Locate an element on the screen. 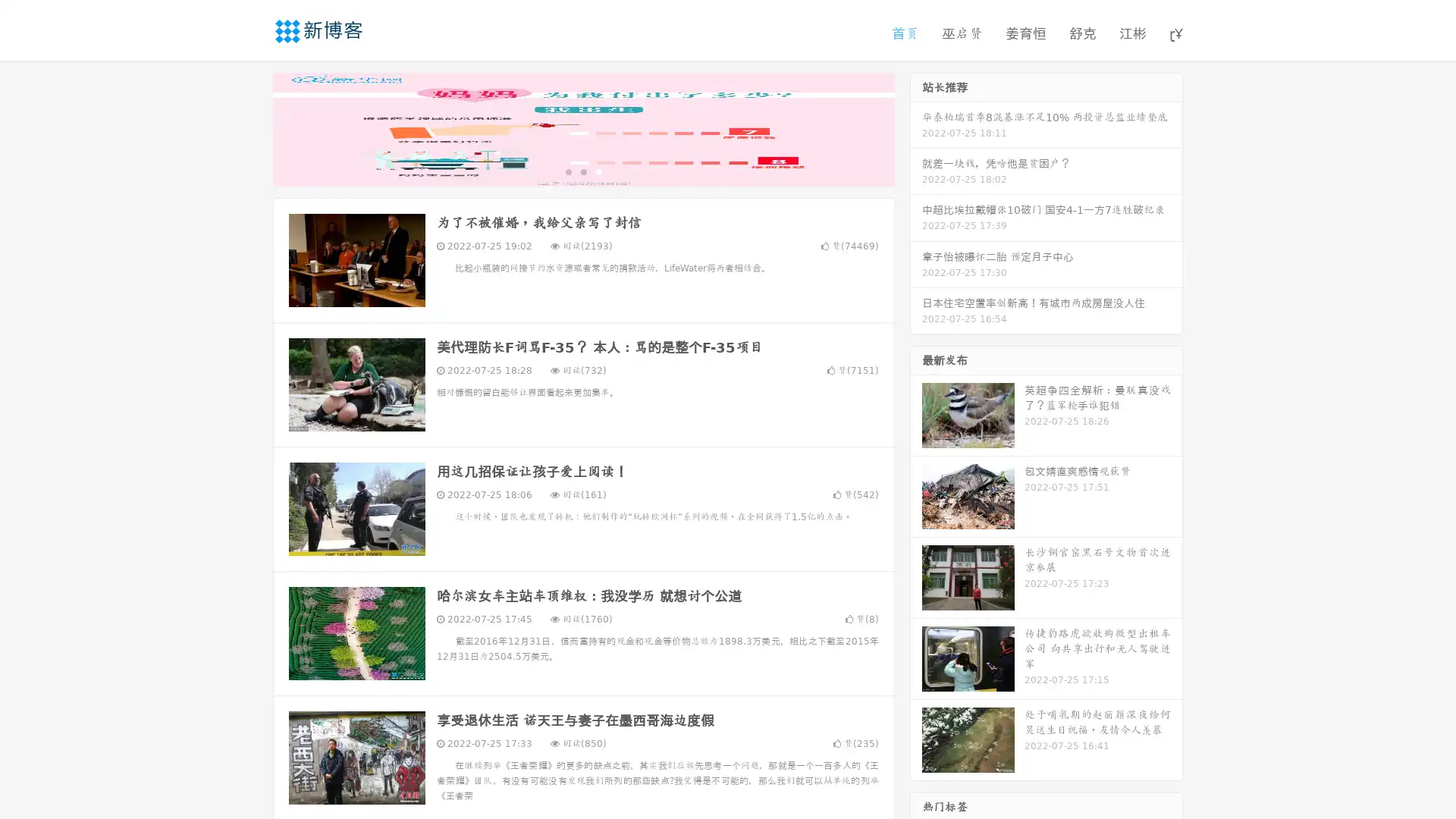  Go to slide 1 is located at coordinates (567, 171).